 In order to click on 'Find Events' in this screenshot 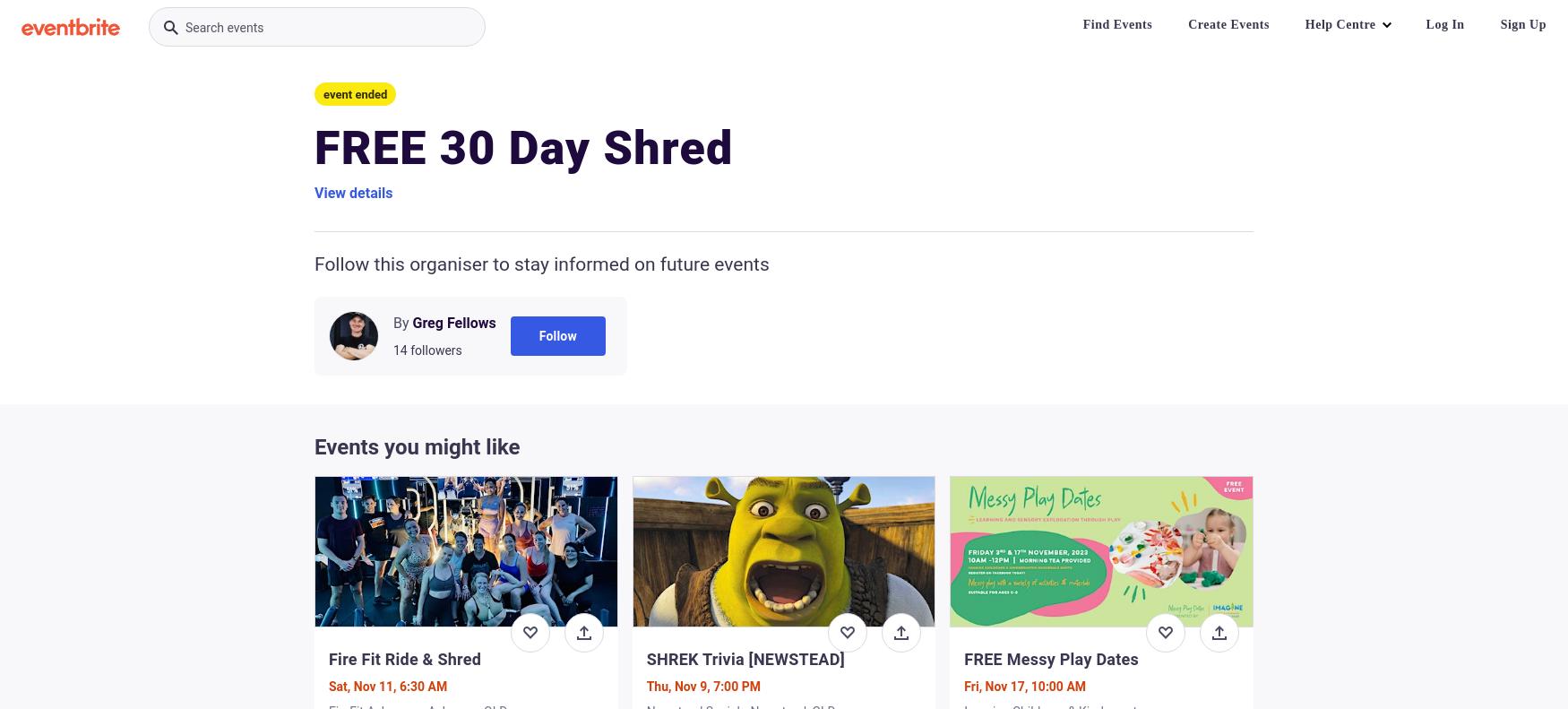, I will do `click(1082, 23)`.